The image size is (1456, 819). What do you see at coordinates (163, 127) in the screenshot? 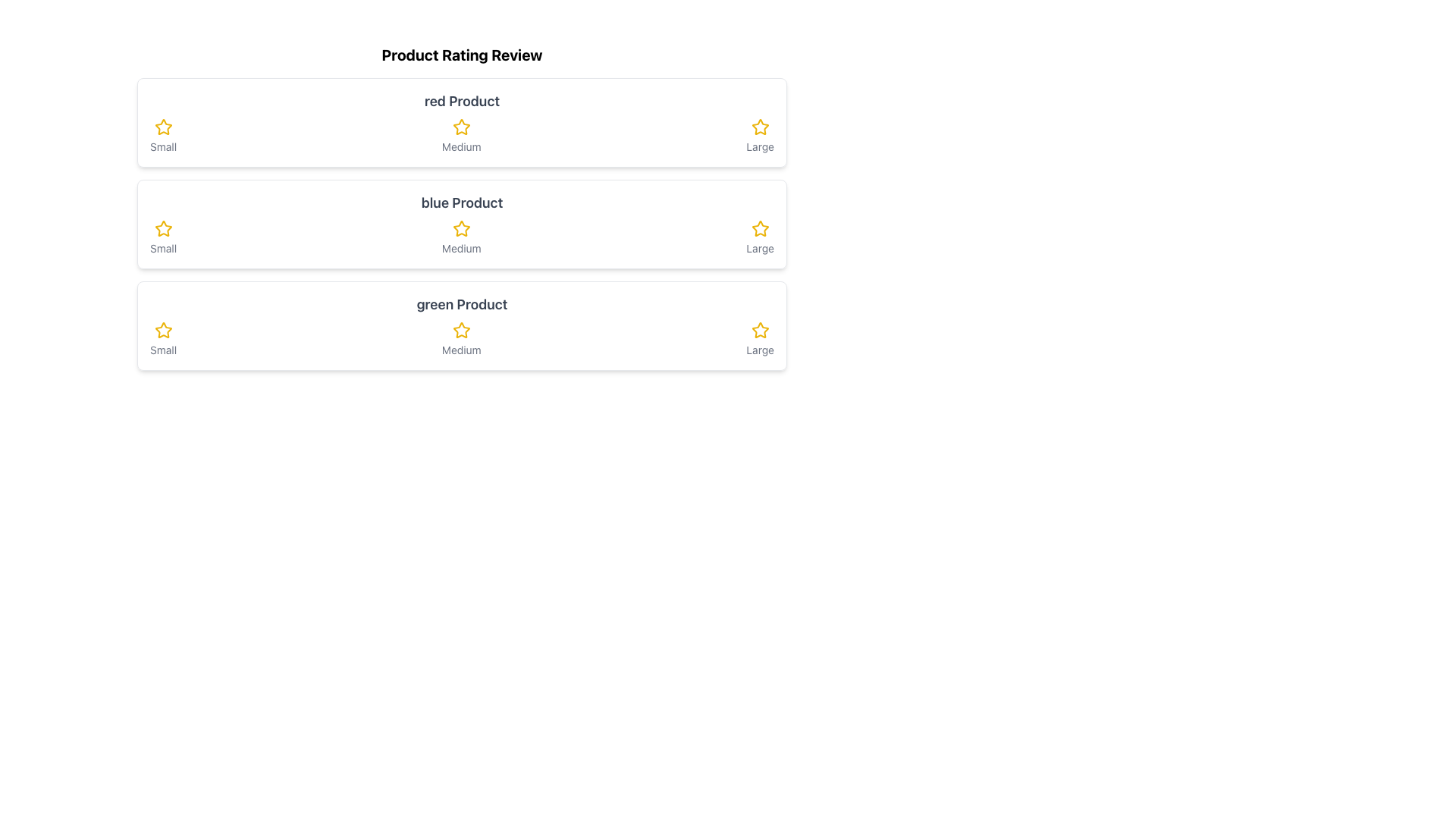
I see `the first star icon on the left in the rating system for the 'red Product'` at bounding box center [163, 127].